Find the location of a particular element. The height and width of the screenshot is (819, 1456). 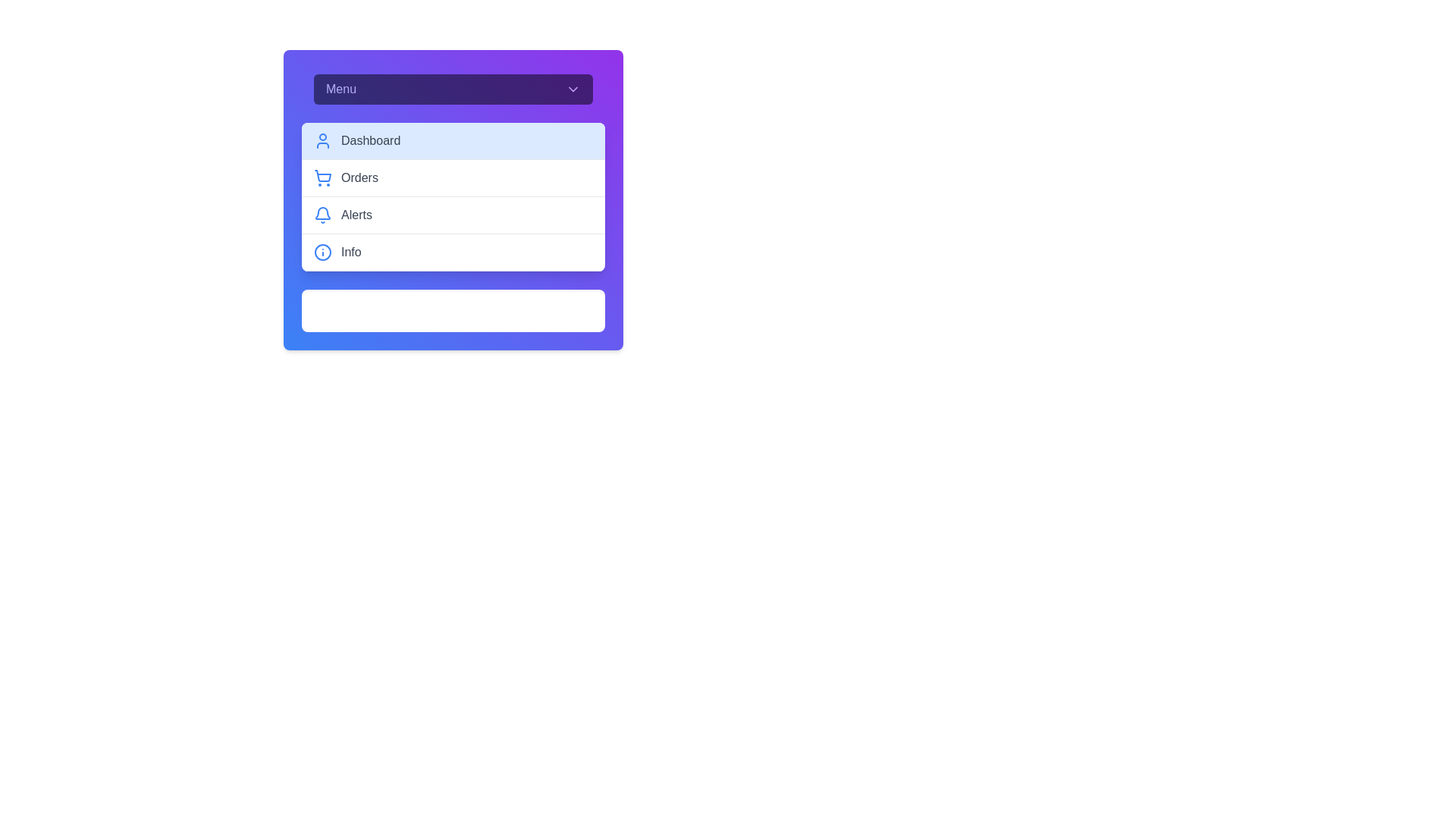

the second selectable menu item in the navigation menu is located at coordinates (453, 177).